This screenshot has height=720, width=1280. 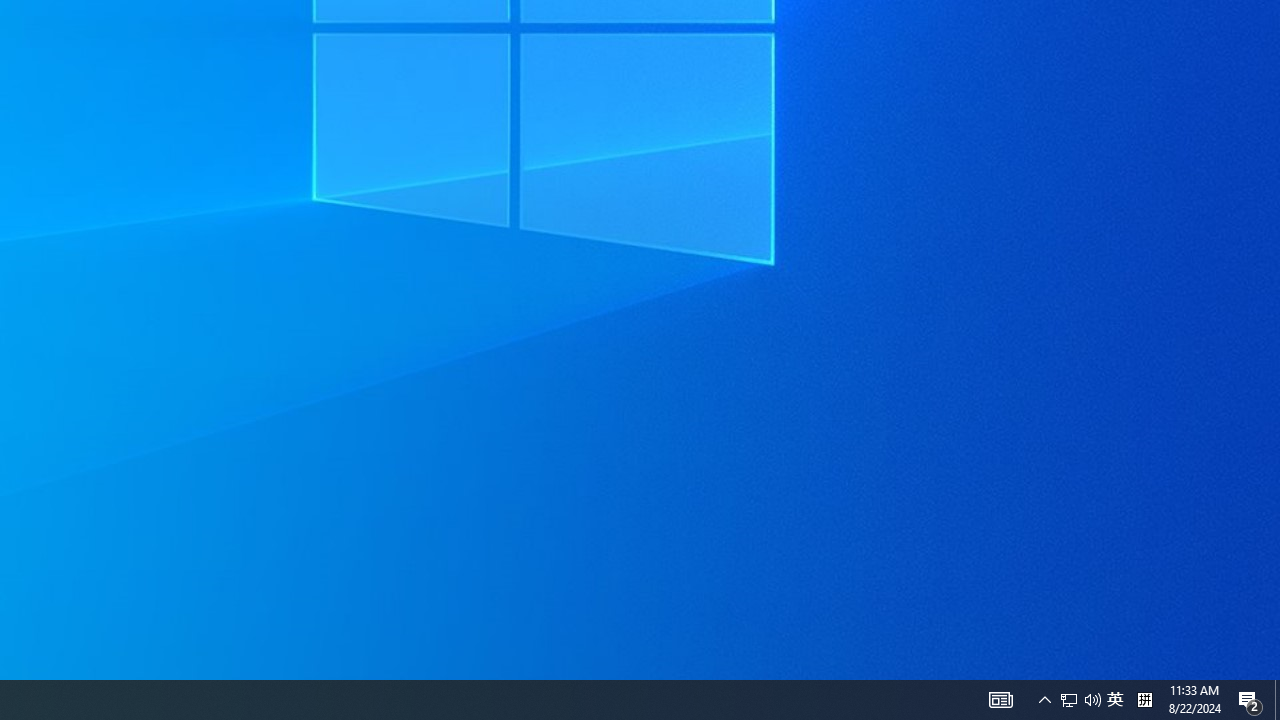 What do you see at coordinates (1276, 698) in the screenshot?
I see `'Show desktop'` at bounding box center [1276, 698].